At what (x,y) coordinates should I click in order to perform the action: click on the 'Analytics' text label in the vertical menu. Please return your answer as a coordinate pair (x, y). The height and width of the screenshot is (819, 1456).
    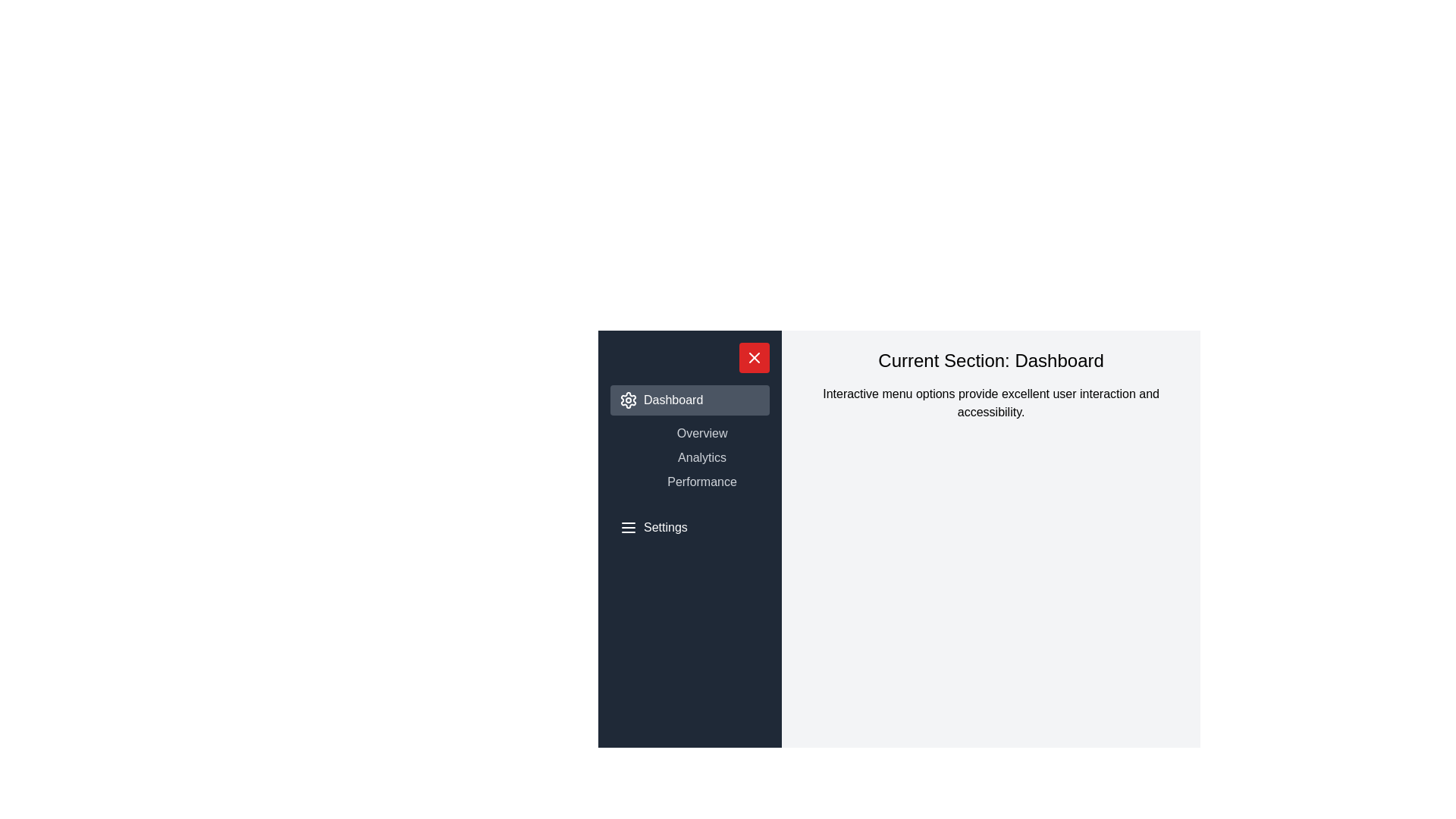
    Looking at the image, I should click on (701, 457).